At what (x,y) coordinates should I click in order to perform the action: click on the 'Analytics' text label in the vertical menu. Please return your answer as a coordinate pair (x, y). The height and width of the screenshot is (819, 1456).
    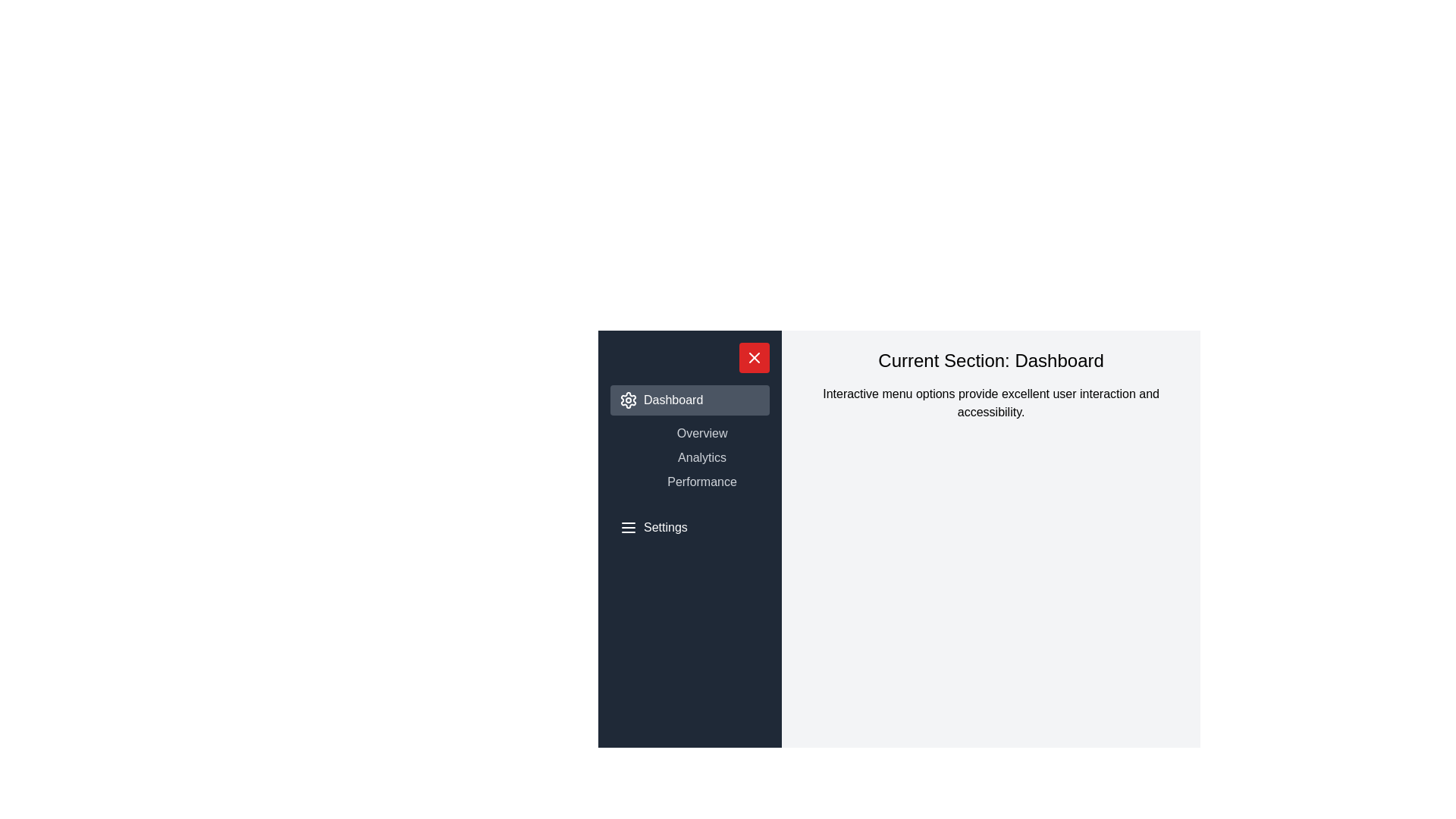
    Looking at the image, I should click on (701, 457).